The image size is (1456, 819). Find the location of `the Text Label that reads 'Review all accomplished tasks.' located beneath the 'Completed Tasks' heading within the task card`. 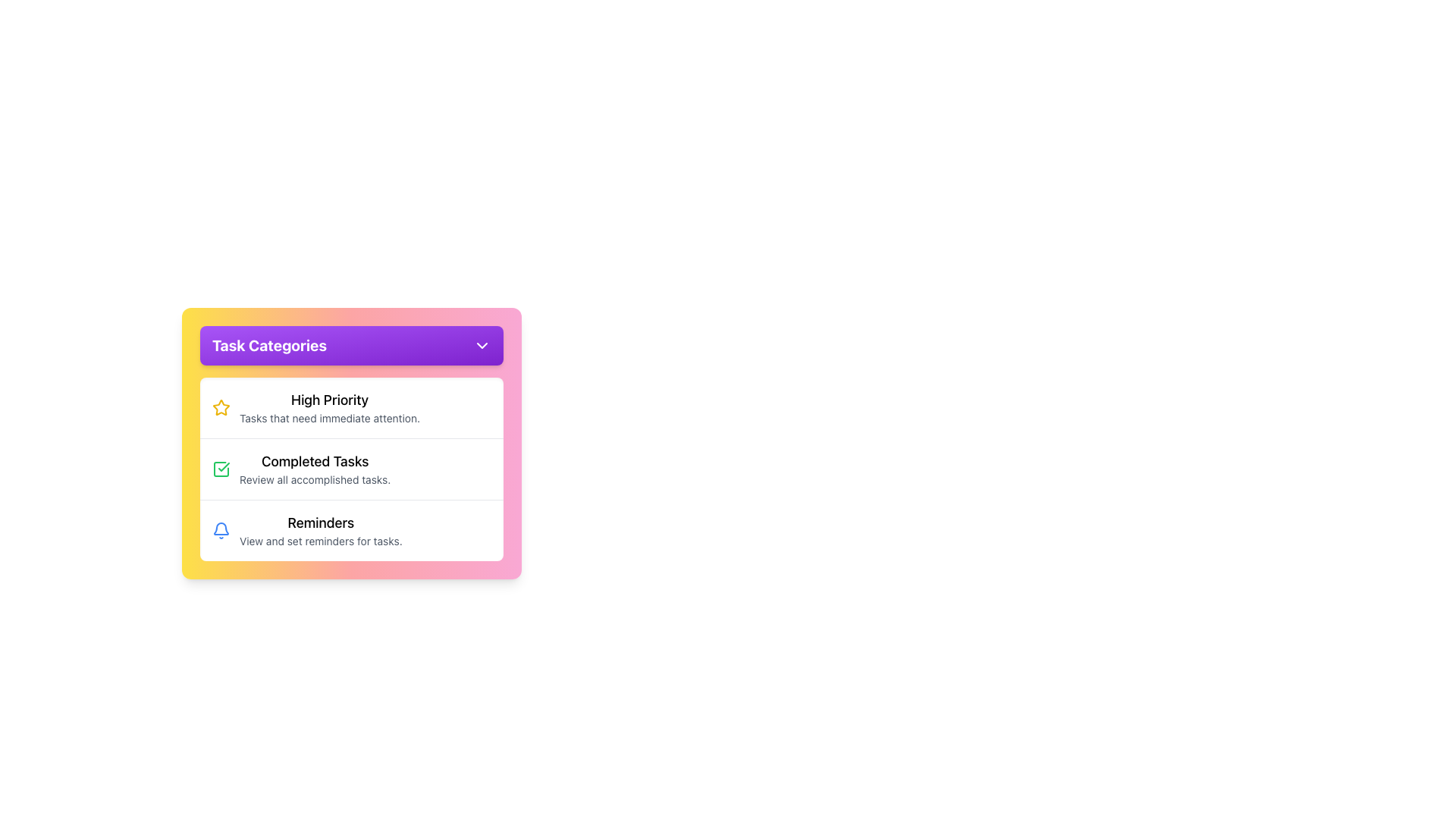

the Text Label that reads 'Review all accomplished tasks.' located beneath the 'Completed Tasks' heading within the task card is located at coordinates (314, 479).